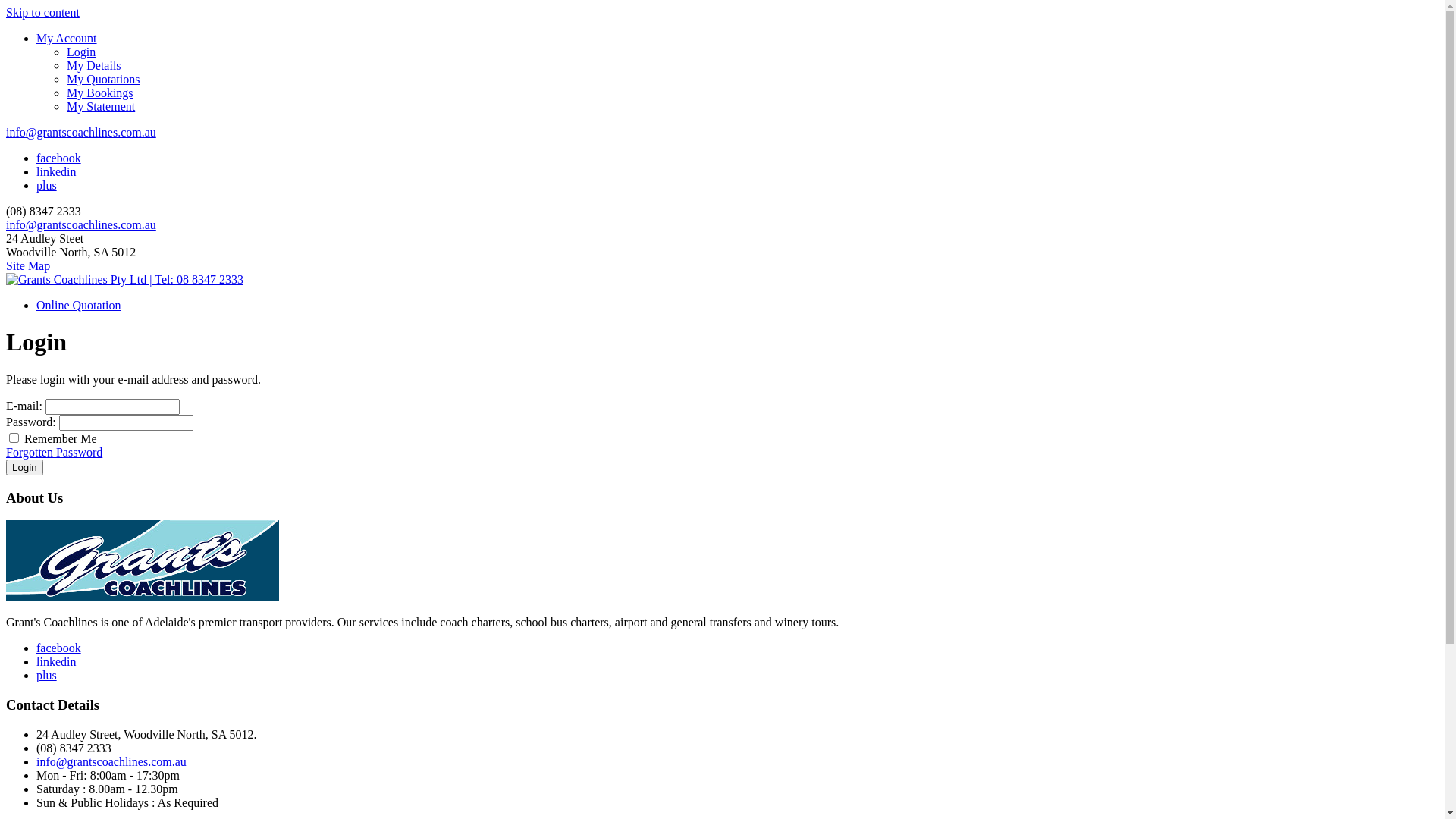 Image resolution: width=1456 pixels, height=819 pixels. What do you see at coordinates (42, 12) in the screenshot?
I see `'Skip to content'` at bounding box center [42, 12].